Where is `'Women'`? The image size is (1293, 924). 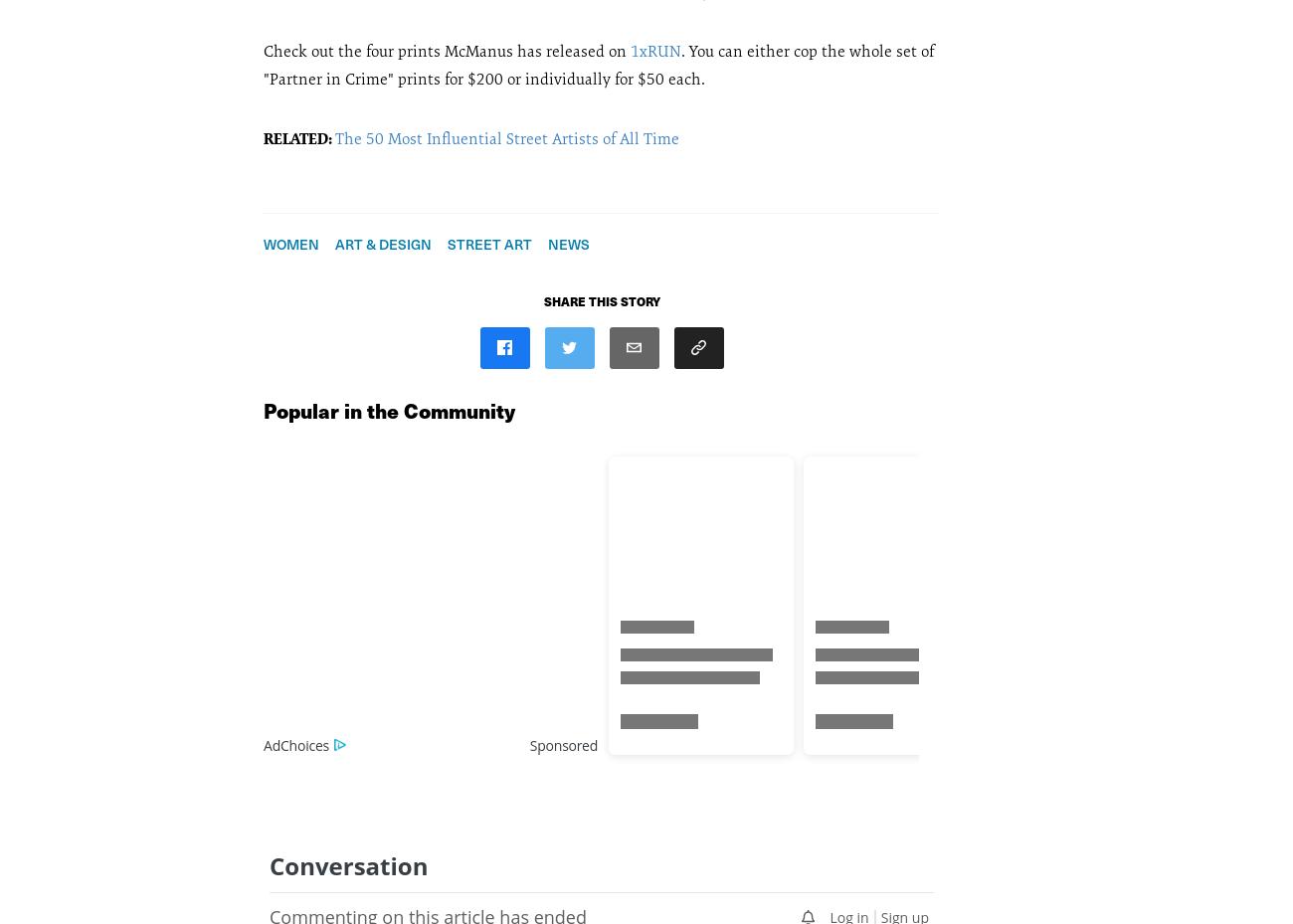 'Women' is located at coordinates (291, 242).